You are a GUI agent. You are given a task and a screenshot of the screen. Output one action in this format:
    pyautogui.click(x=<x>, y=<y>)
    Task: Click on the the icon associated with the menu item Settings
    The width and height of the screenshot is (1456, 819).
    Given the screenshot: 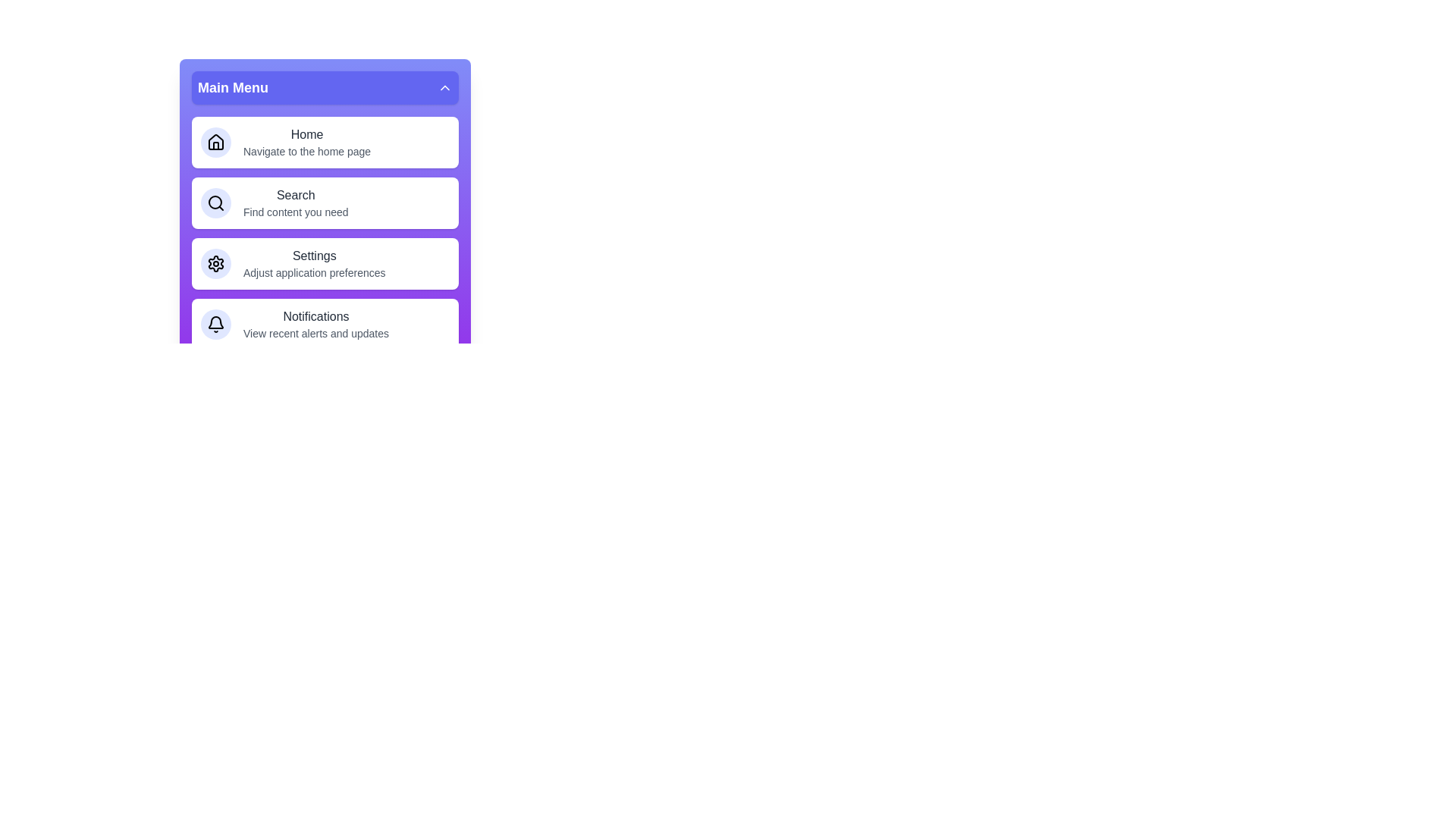 What is the action you would take?
    pyautogui.click(x=215, y=262)
    